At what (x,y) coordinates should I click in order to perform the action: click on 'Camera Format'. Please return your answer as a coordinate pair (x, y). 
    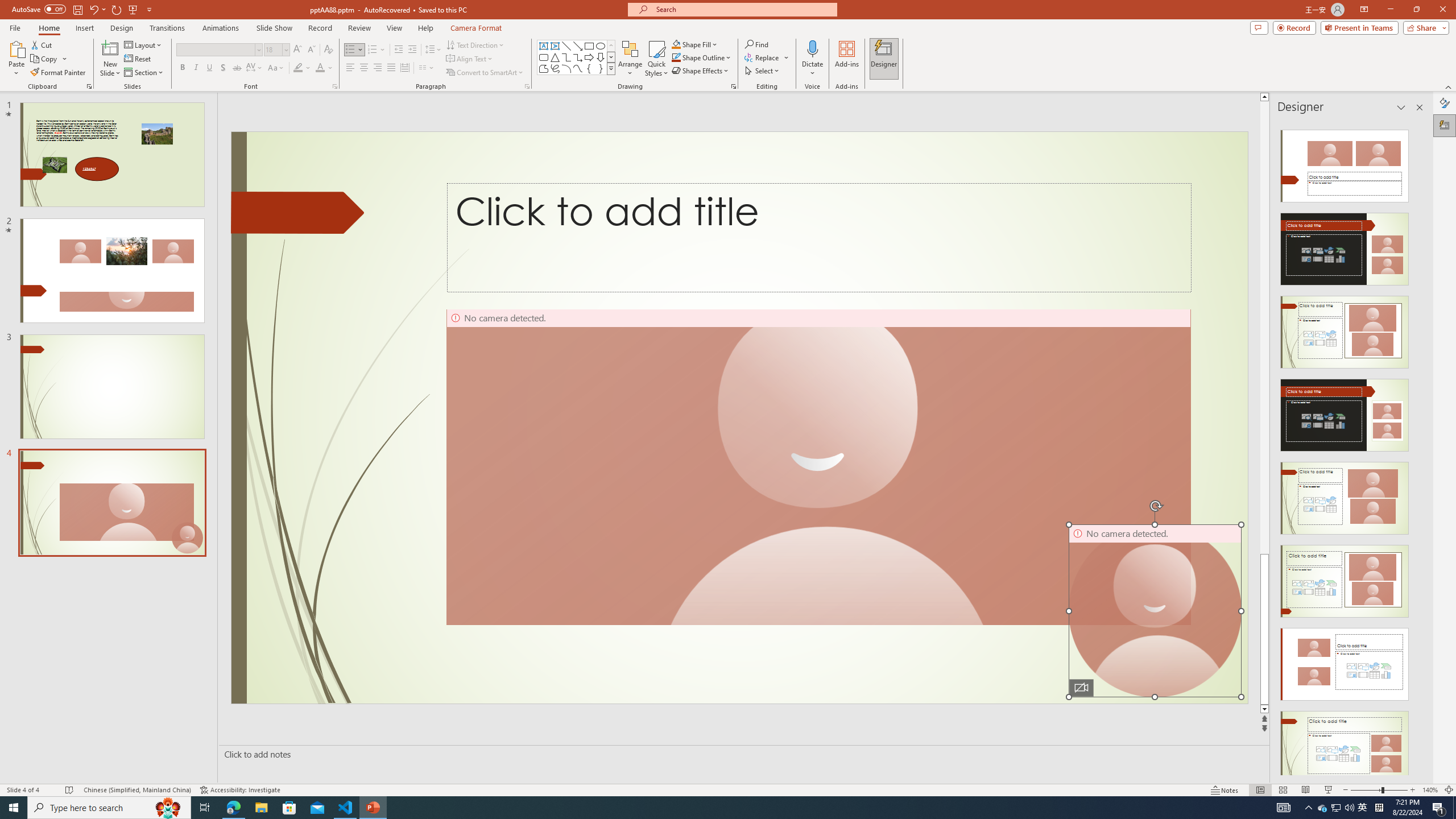
    Looking at the image, I should click on (475, 28).